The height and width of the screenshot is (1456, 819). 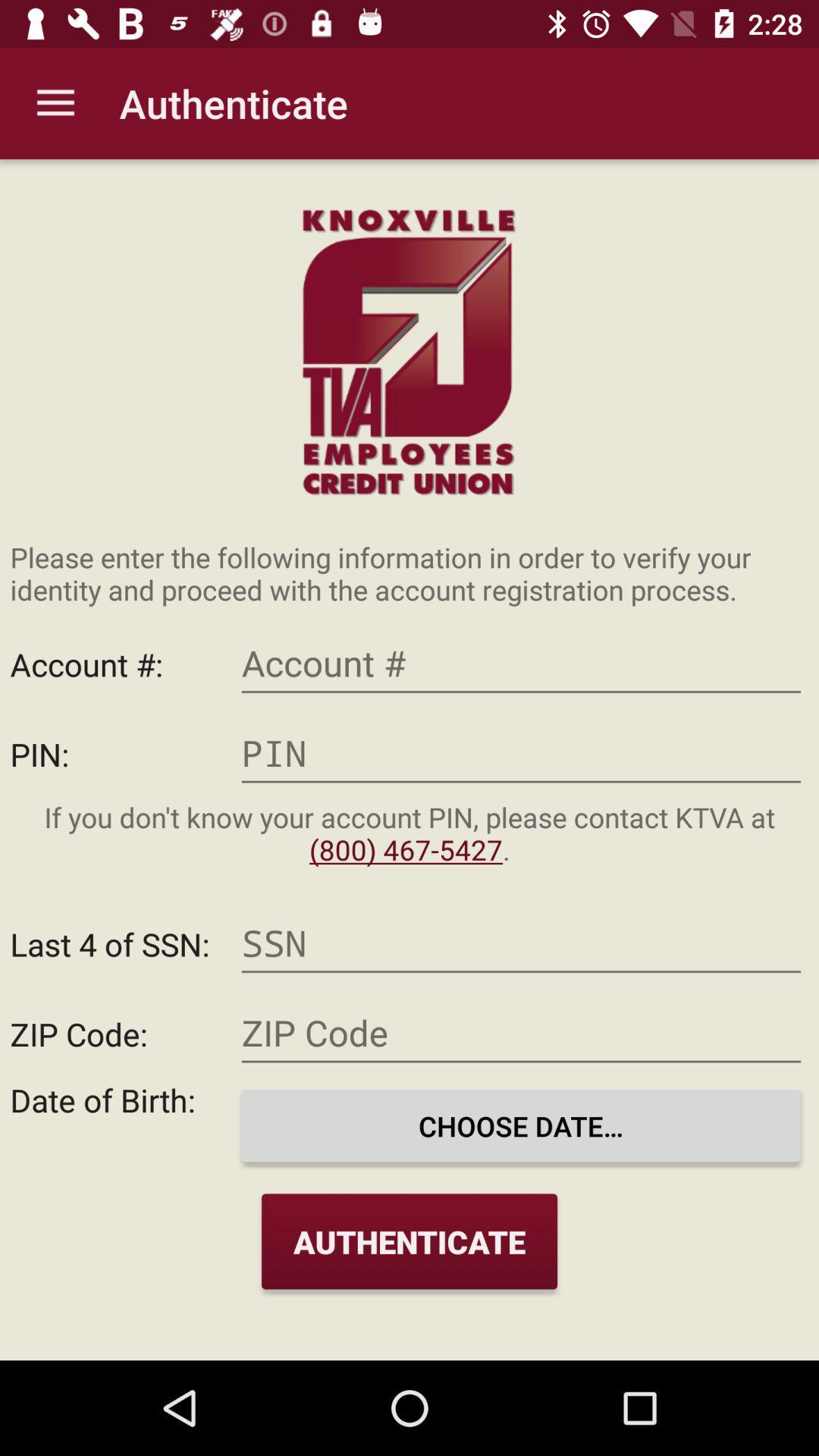 I want to click on account number, so click(x=520, y=664).